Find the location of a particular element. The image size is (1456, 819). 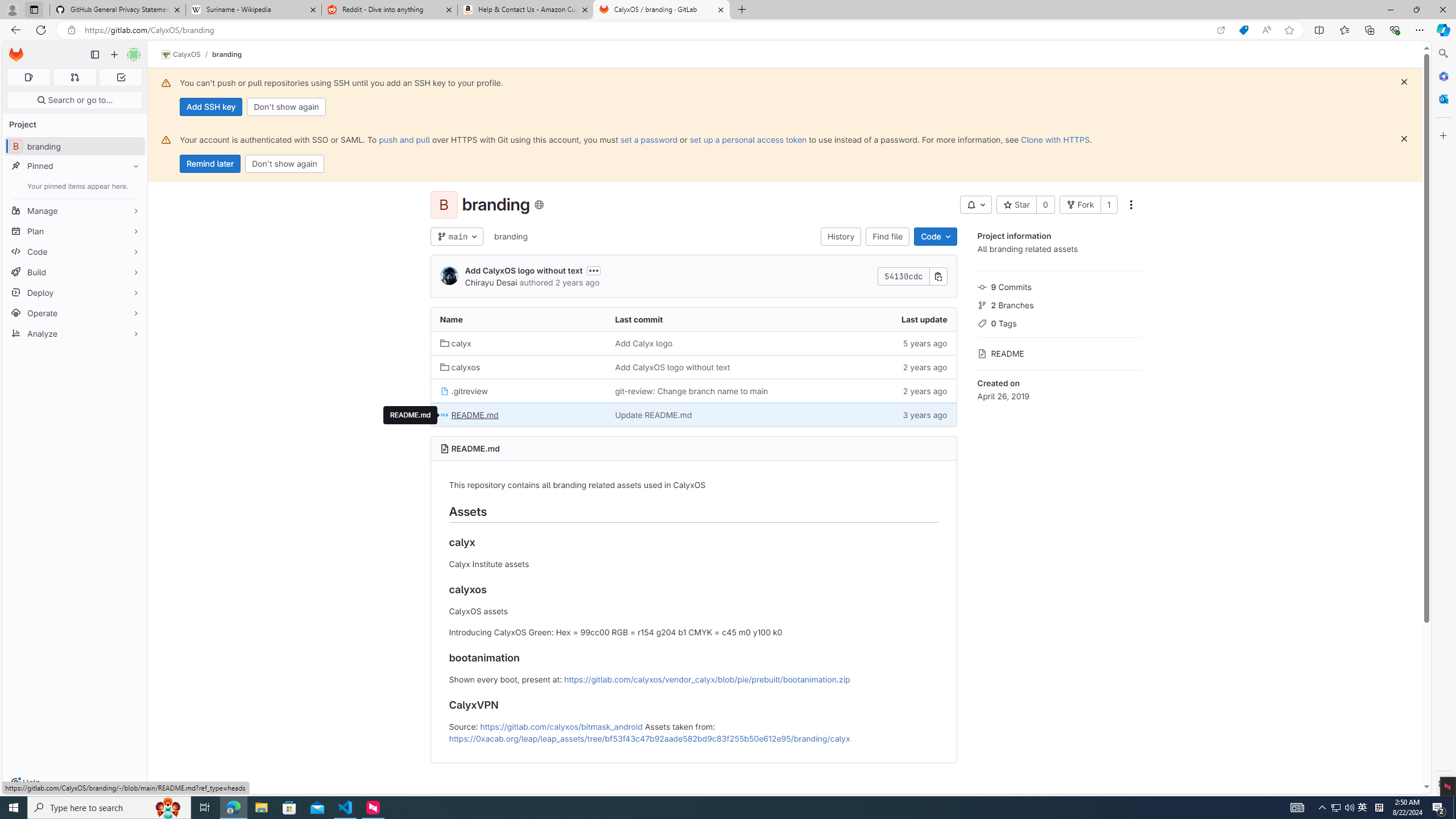

'git-review: Change branch name to main' is located at coordinates (691, 390).